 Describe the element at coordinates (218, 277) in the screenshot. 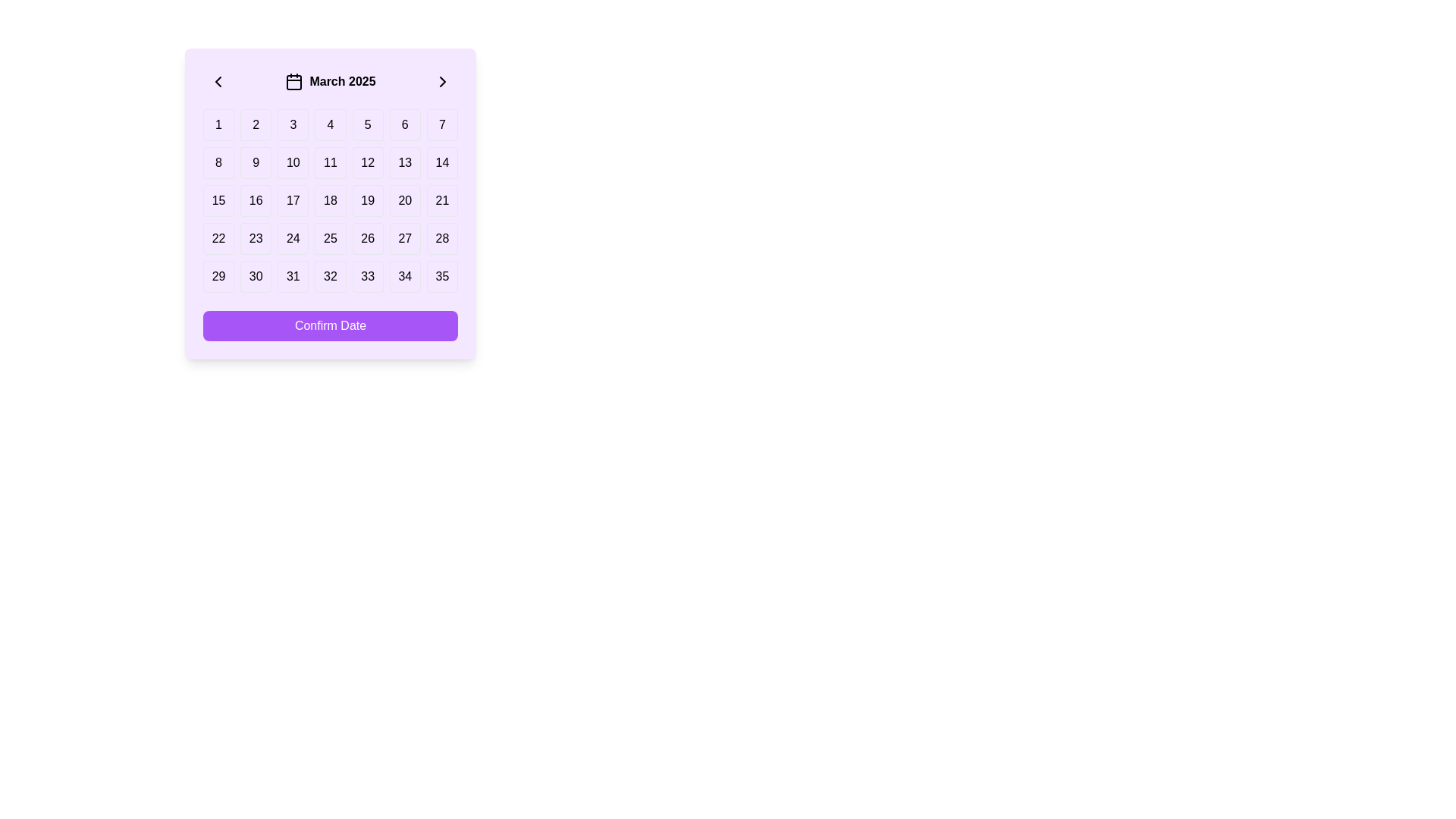

I see `the selectable calendar date button for the 29th day, located in the 5th row and 1st column of the grid layout` at that location.